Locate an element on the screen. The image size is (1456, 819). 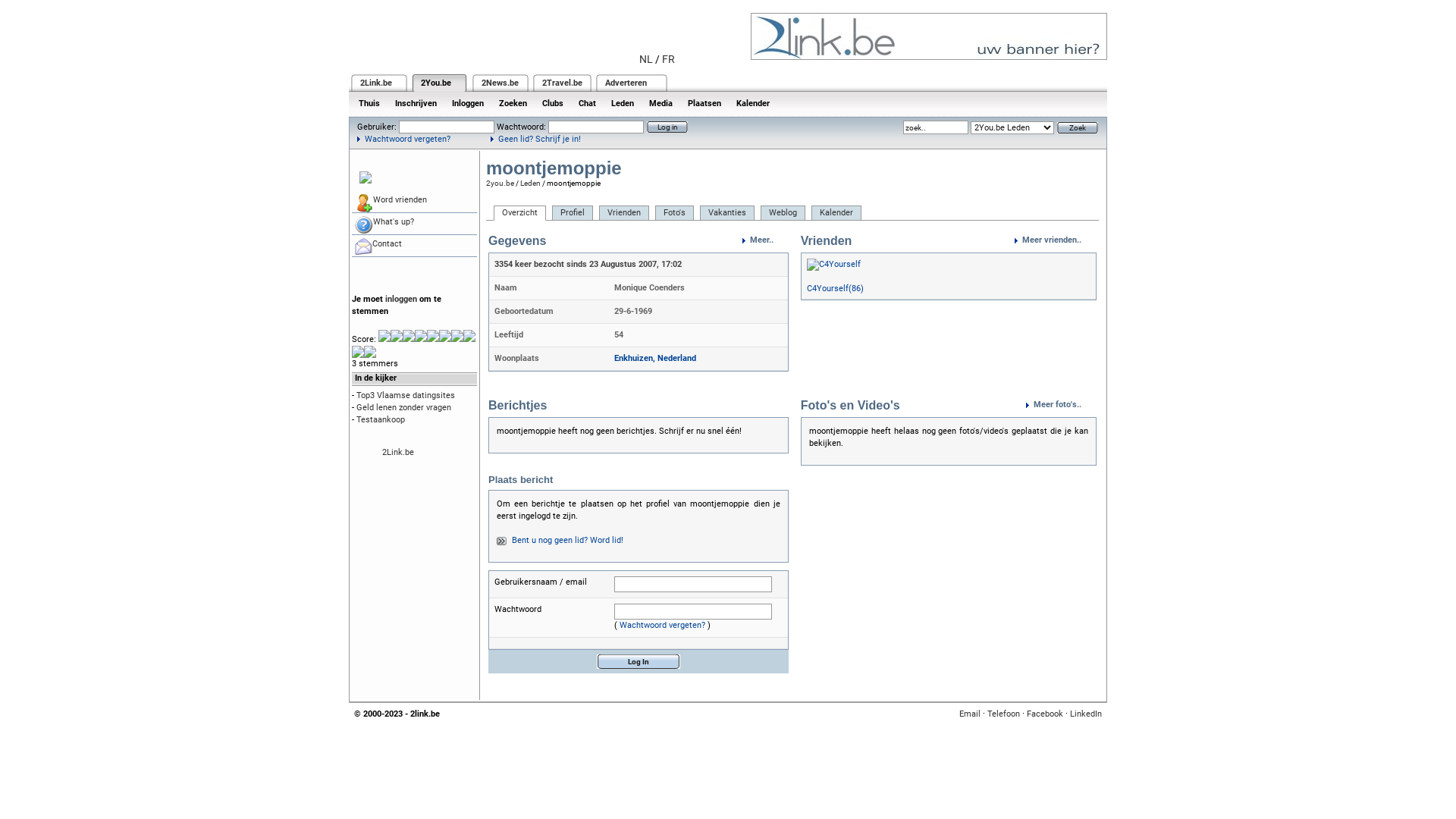
'2you.be' is located at coordinates (500, 182).